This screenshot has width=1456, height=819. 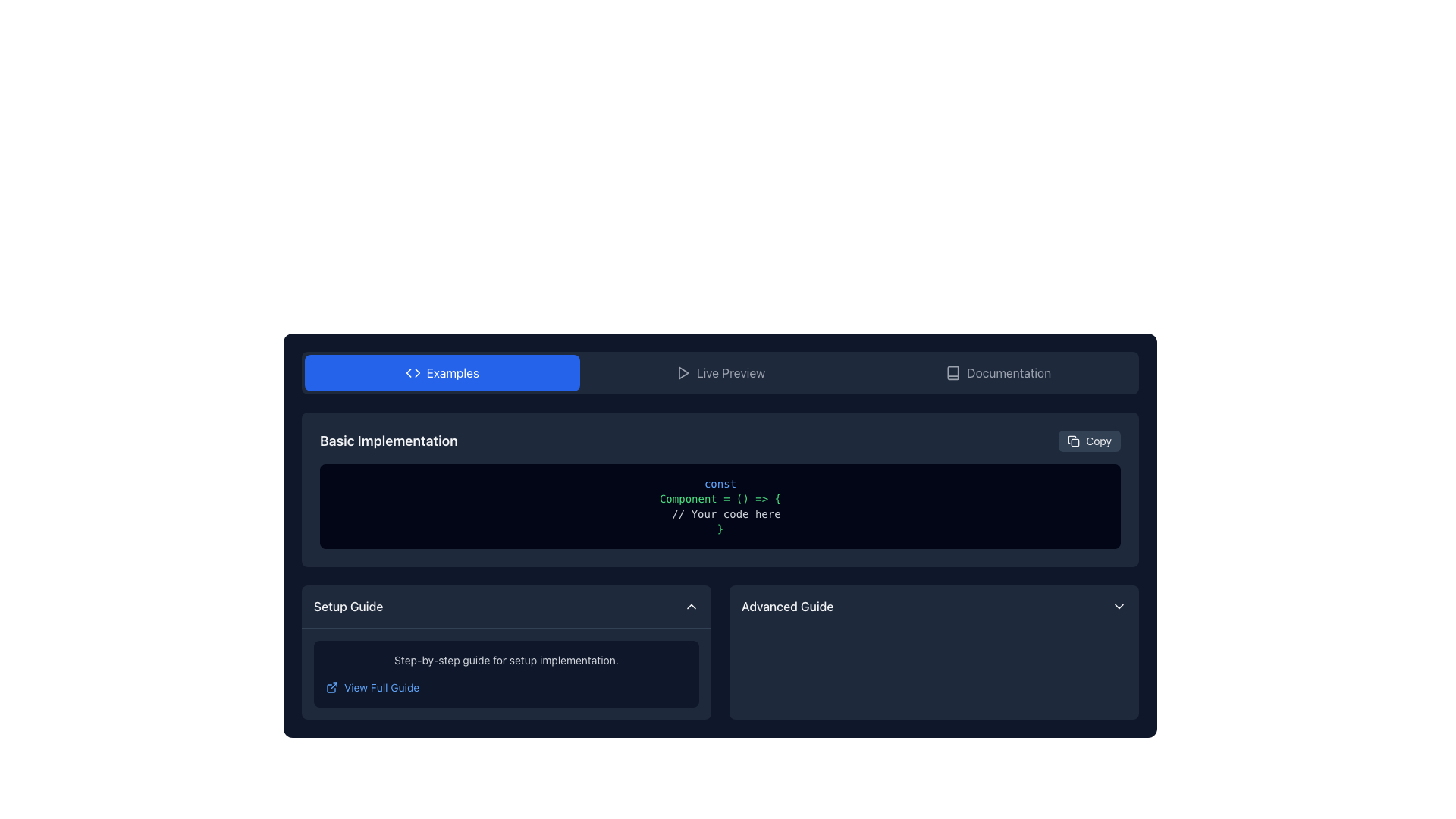 What do you see at coordinates (1099, 441) in the screenshot?
I see `text content of the label located in the top-right corner of the box within the 'Basic Implementation' section, which describes the action associated with the document icon` at bounding box center [1099, 441].